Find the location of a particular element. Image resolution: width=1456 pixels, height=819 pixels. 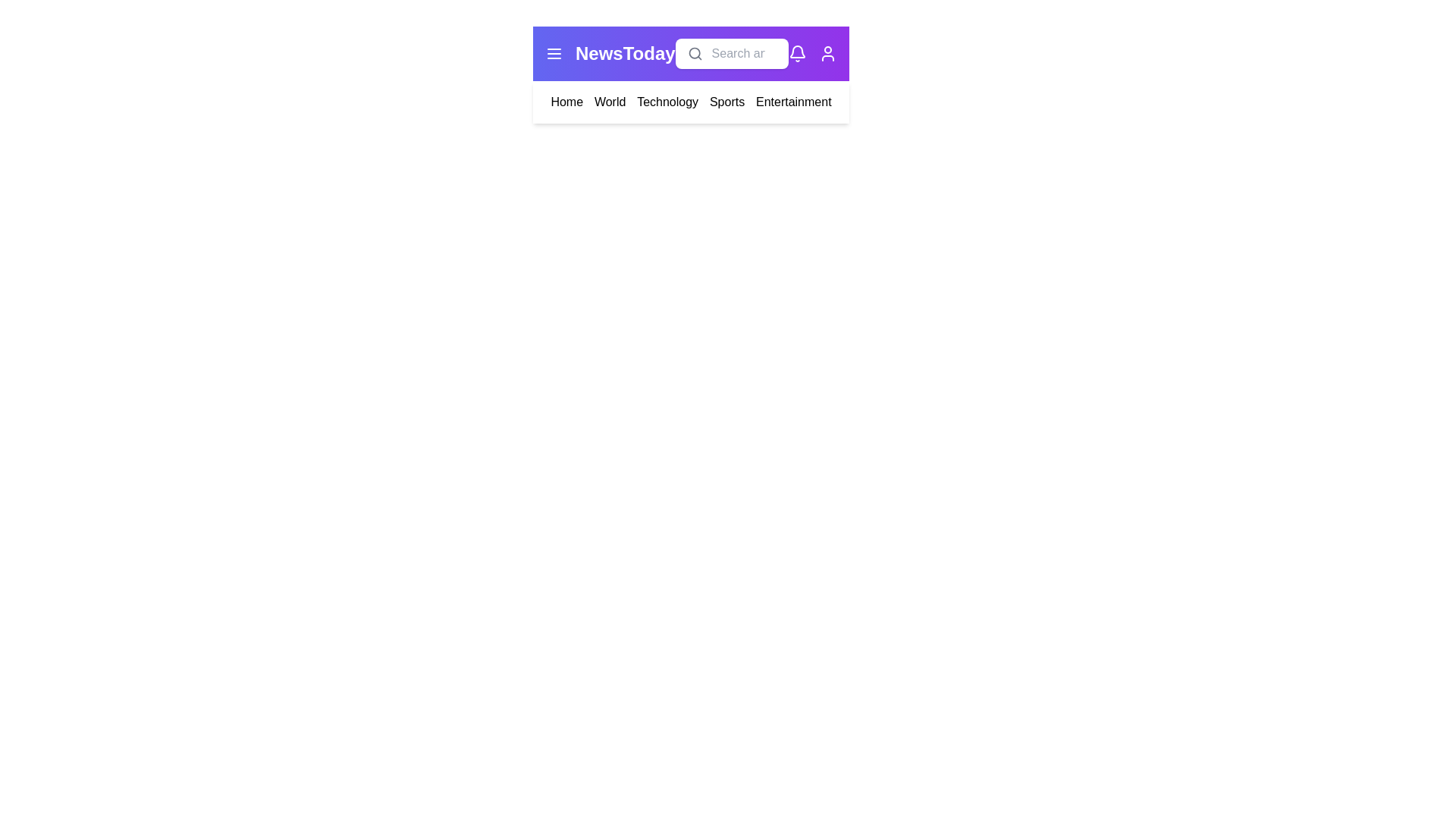

the navigation link for Sports is located at coordinates (726, 102).